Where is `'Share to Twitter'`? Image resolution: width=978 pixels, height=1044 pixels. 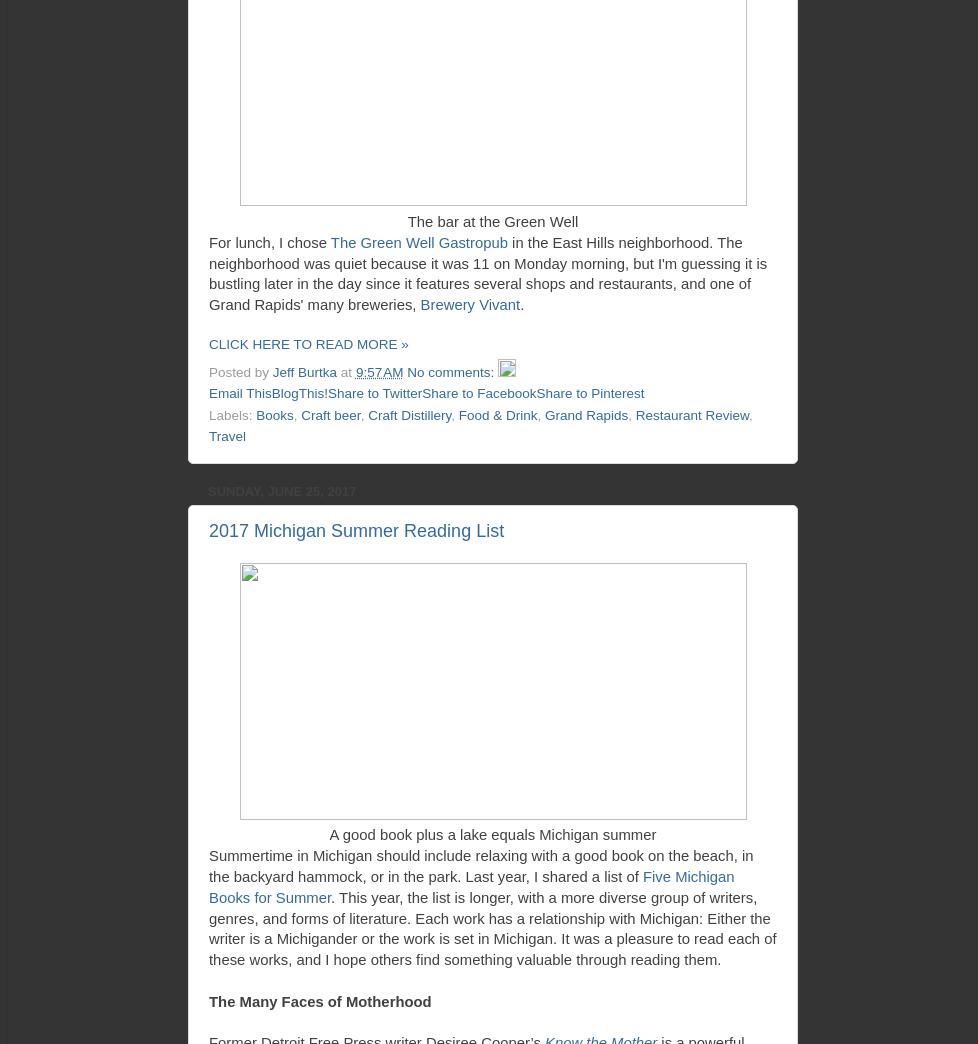
'Share to Twitter' is located at coordinates (373, 392).